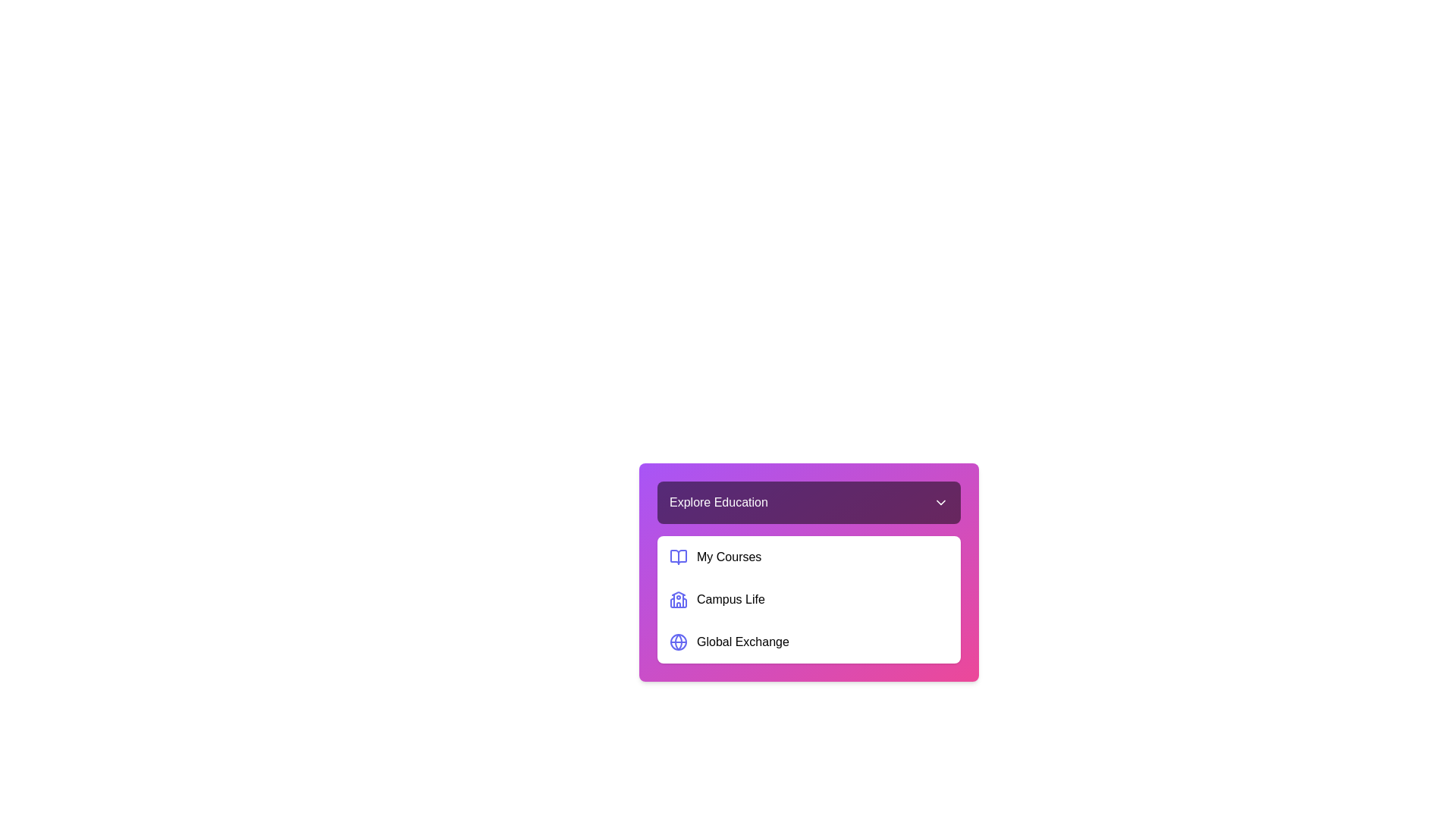 The height and width of the screenshot is (819, 1456). Describe the element at coordinates (677, 642) in the screenshot. I see `the SVG circle element that is part of the 'globe' icon, which is located next to the 'Global Exchange' menu item` at that location.